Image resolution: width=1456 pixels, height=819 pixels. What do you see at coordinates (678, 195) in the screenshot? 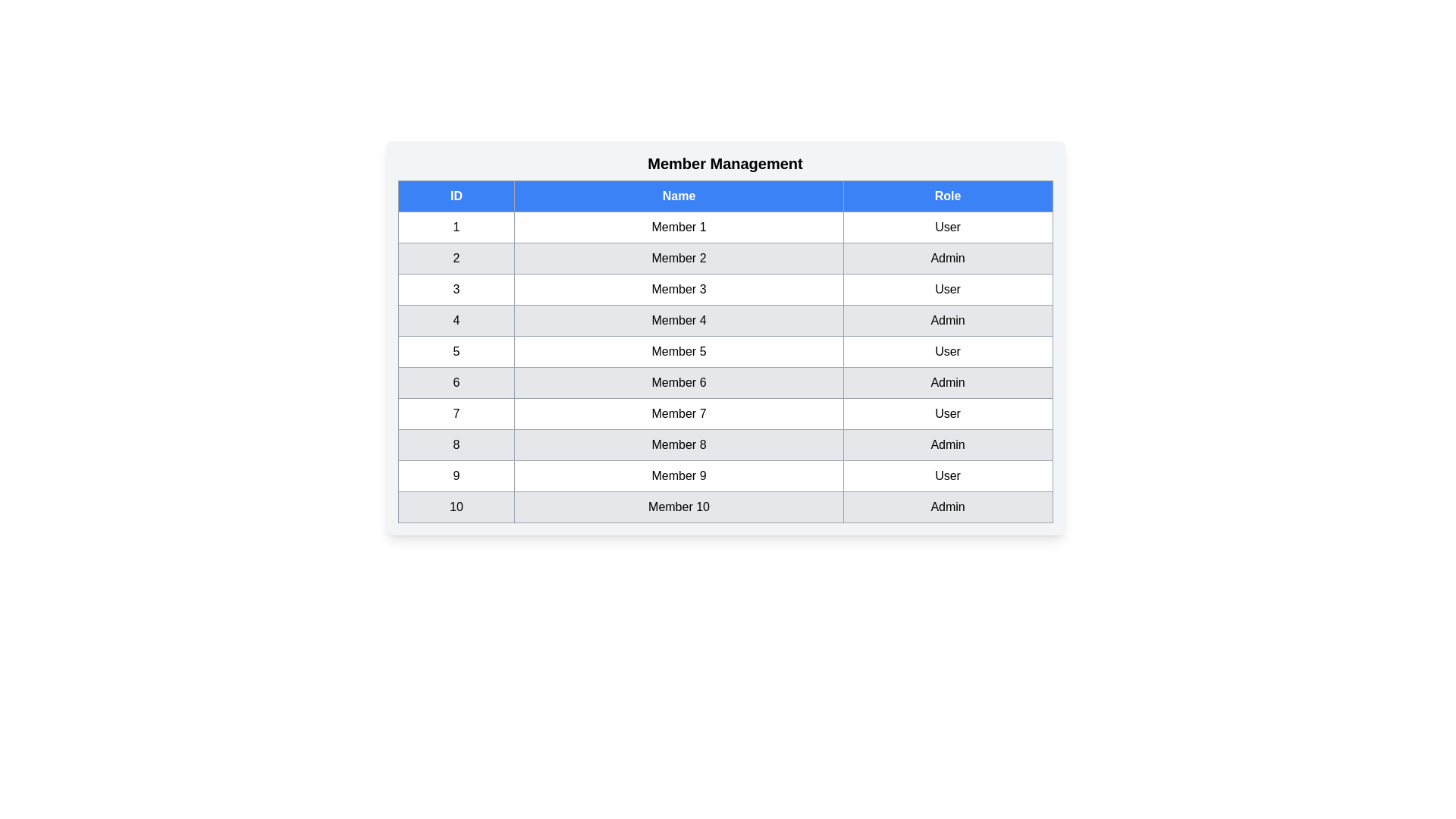
I see `the Name column header to sort the table by that column` at bounding box center [678, 195].